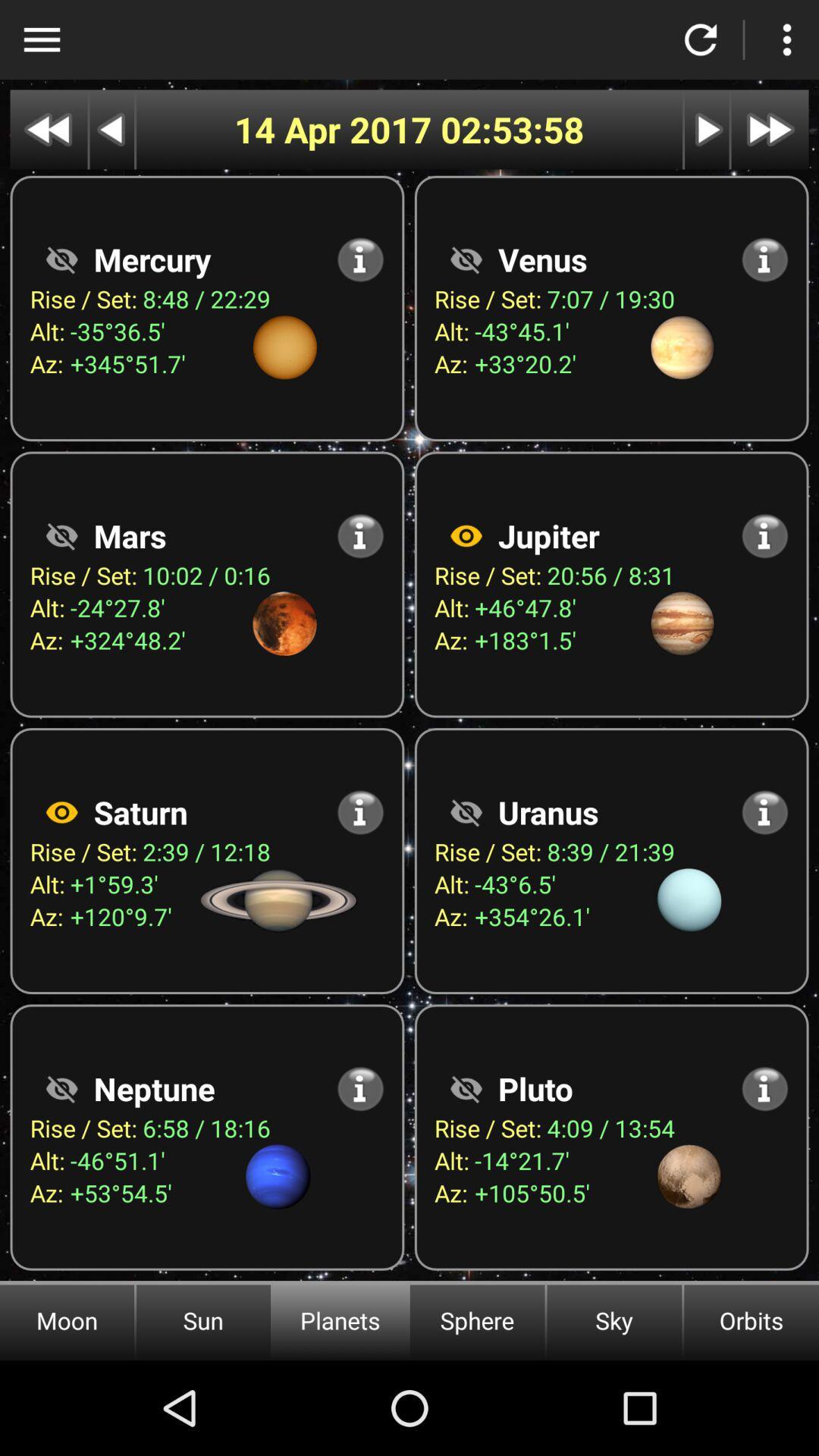 This screenshot has width=819, height=1456. I want to click on more information, so click(764, 811).